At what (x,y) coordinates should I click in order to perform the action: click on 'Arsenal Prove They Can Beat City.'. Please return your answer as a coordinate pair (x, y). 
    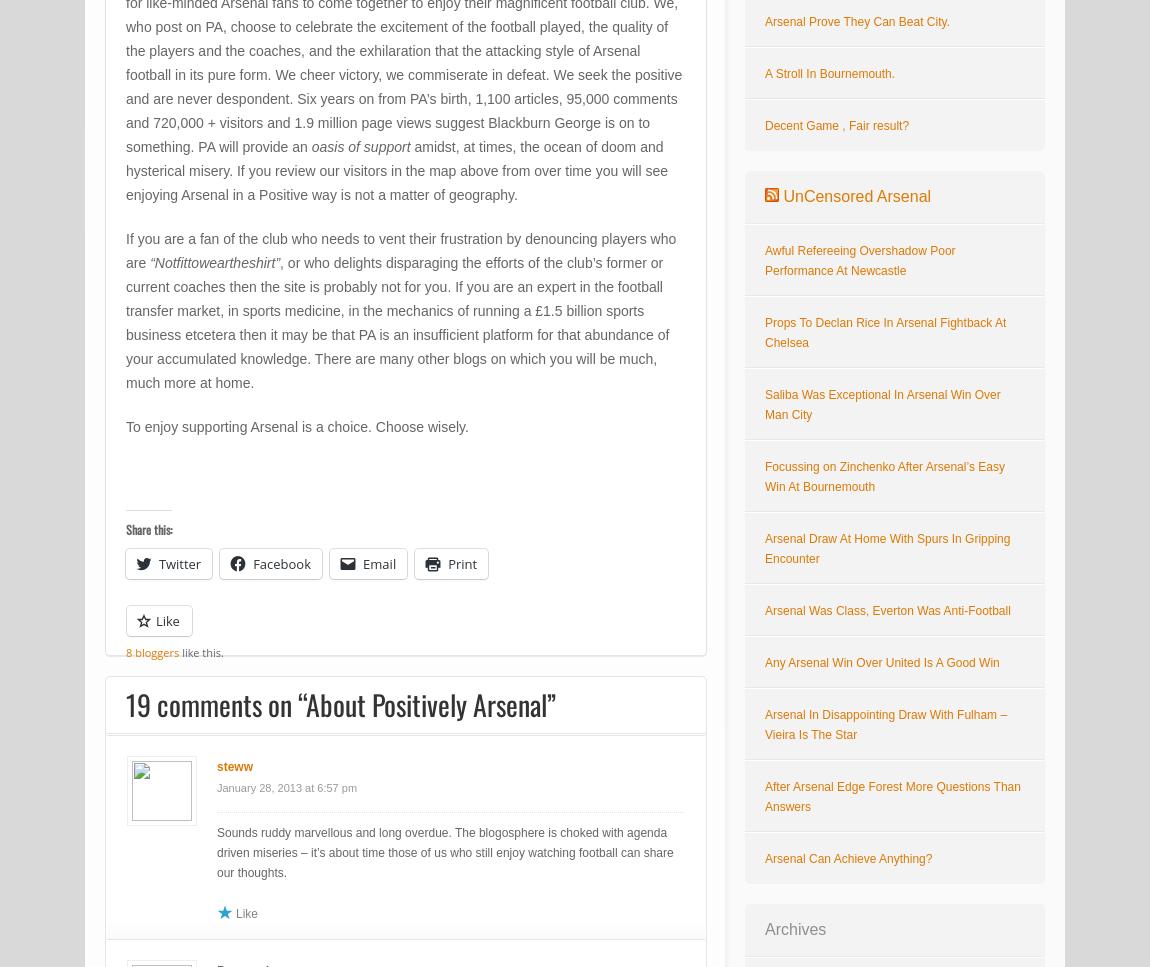
    Looking at the image, I should click on (855, 22).